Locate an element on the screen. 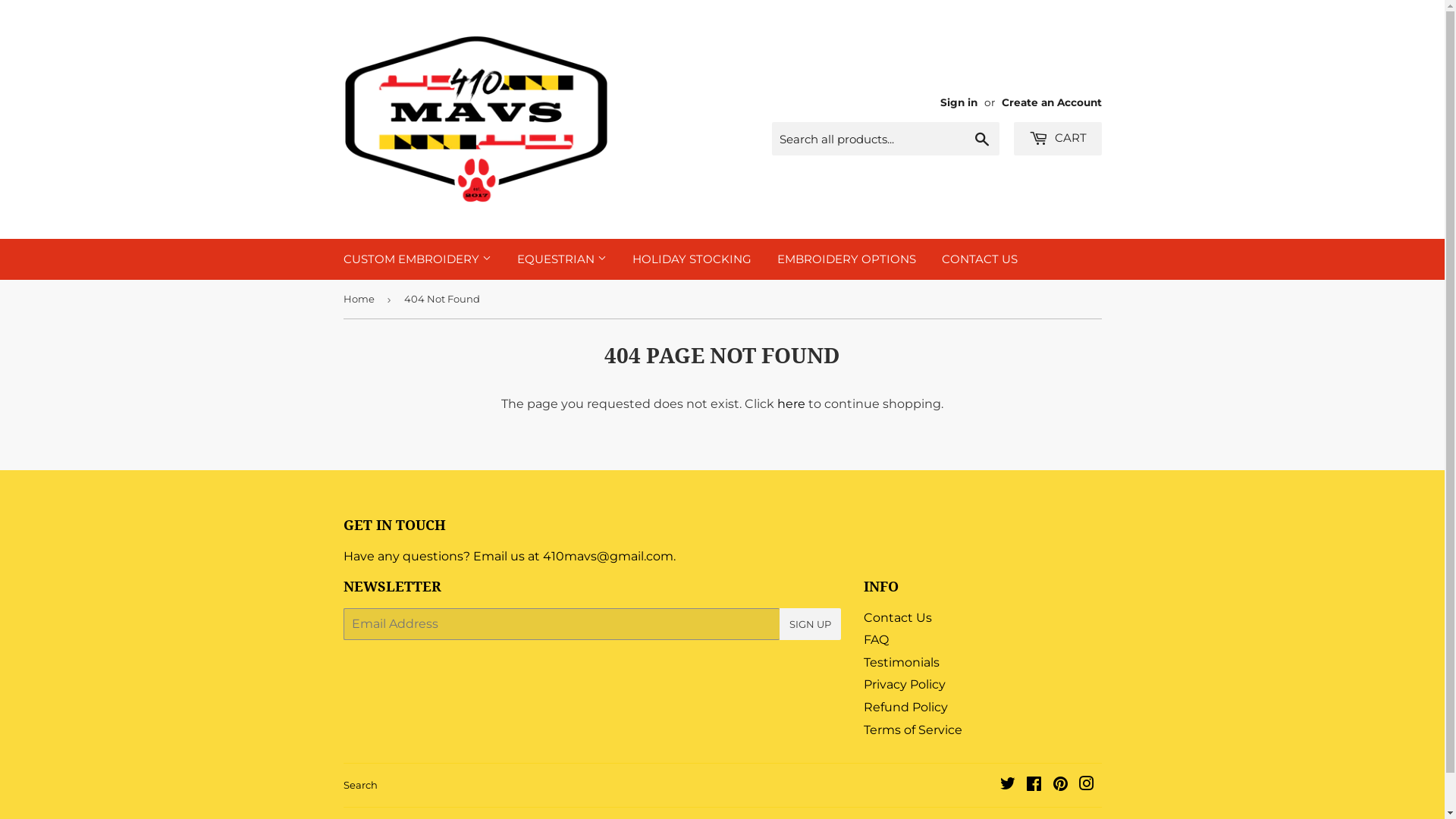 This screenshot has height=819, width=1456. 'Instagram' is located at coordinates (1077, 785).